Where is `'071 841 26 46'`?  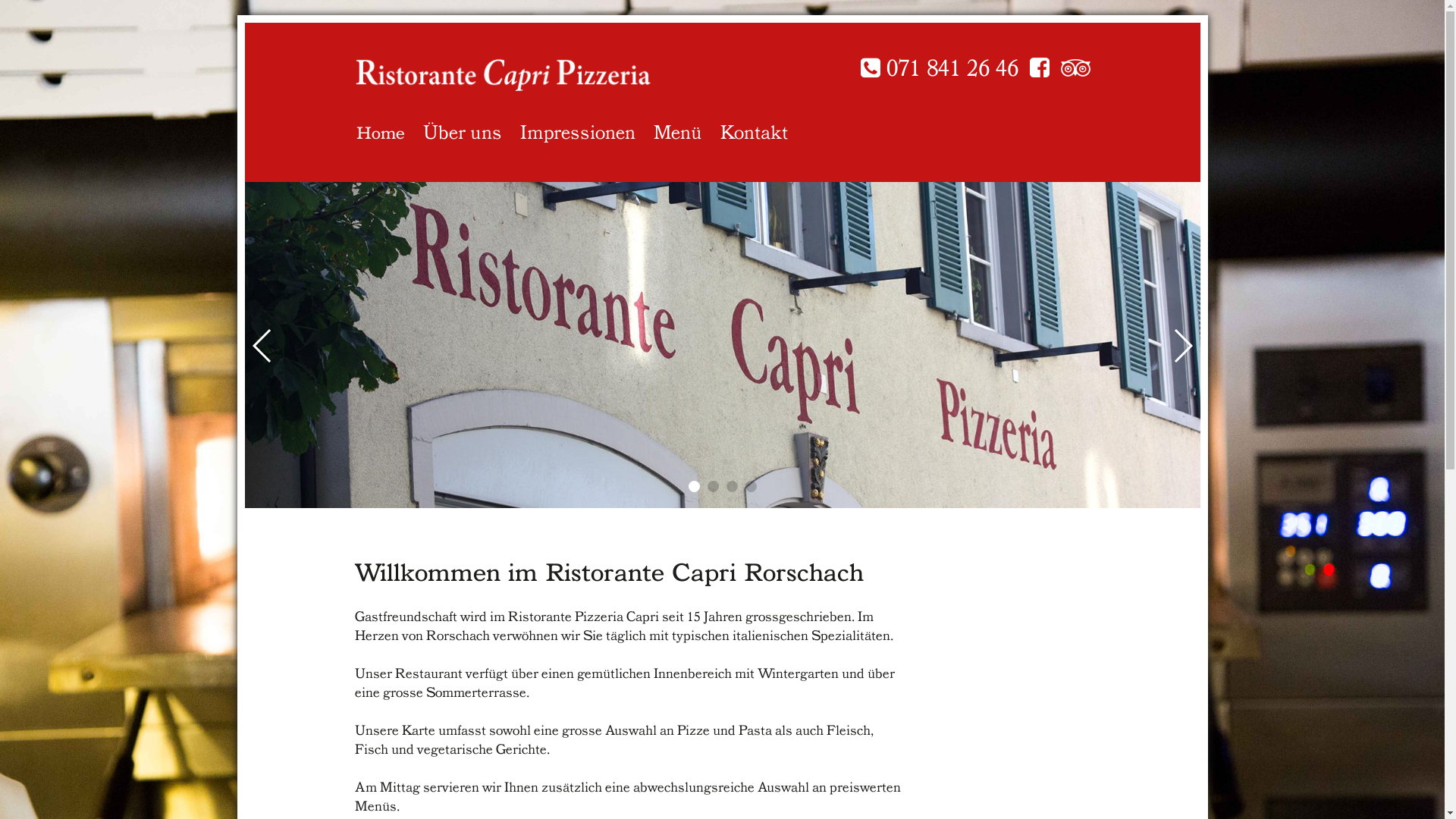 '071 841 26 46' is located at coordinates (859, 67).